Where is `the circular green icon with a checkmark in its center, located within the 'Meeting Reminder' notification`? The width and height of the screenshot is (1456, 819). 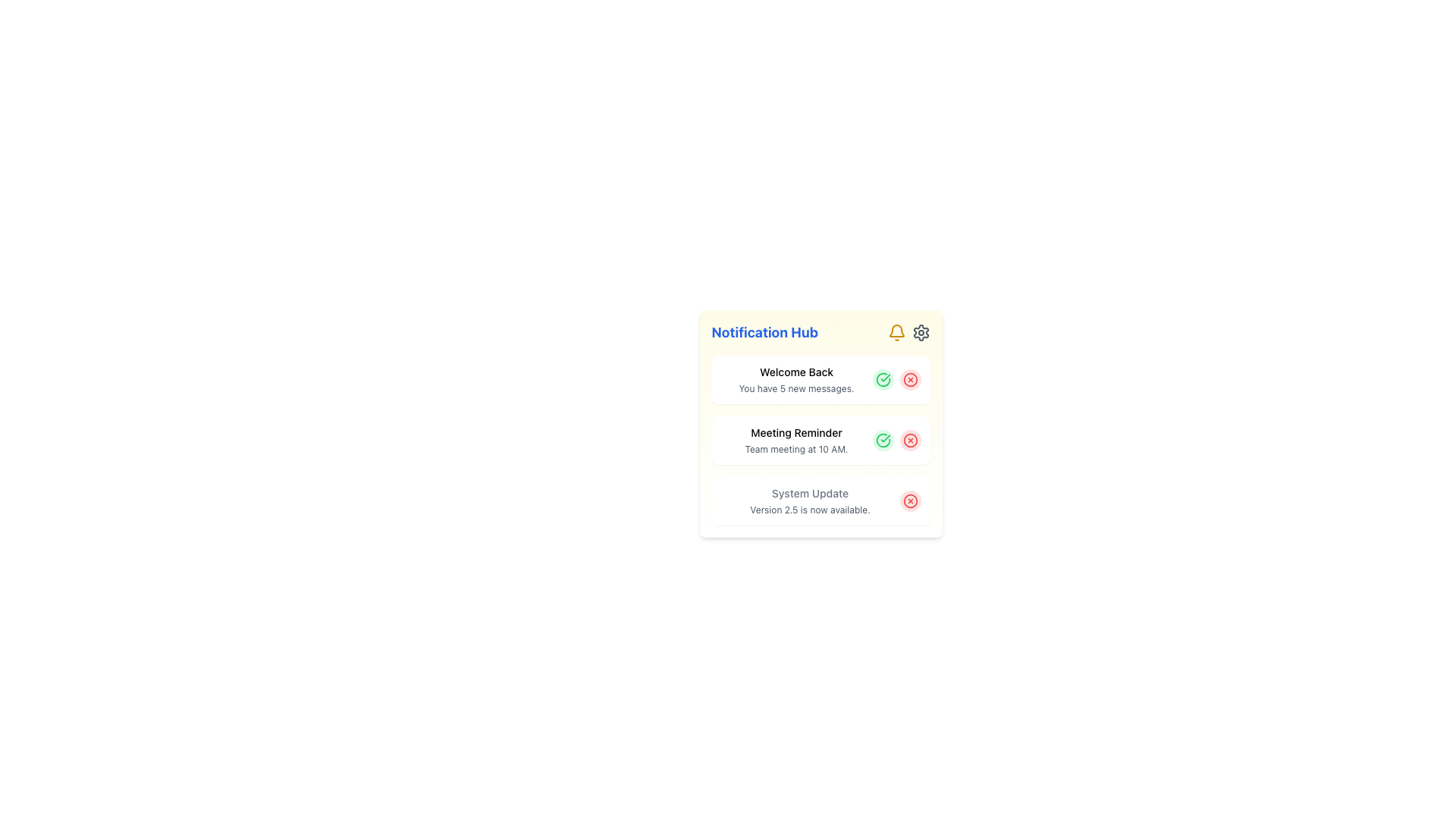
the circular green icon with a checkmark in its center, located within the 'Meeting Reminder' notification is located at coordinates (883, 379).